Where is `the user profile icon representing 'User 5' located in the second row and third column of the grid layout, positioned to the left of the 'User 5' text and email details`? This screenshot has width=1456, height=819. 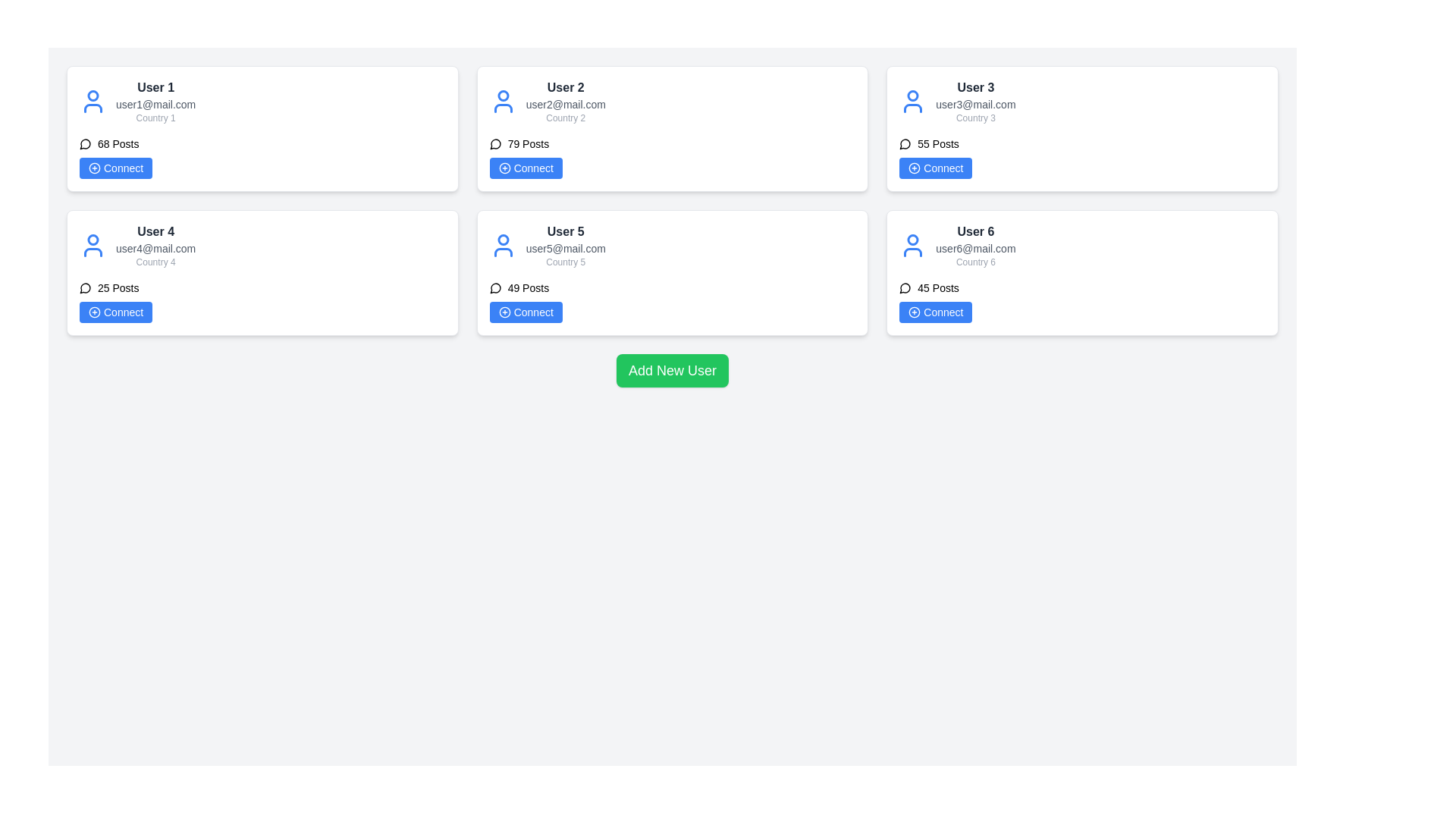
the user profile icon representing 'User 5' located in the second row and third column of the grid layout, positioned to the left of the 'User 5' text and email details is located at coordinates (503, 245).